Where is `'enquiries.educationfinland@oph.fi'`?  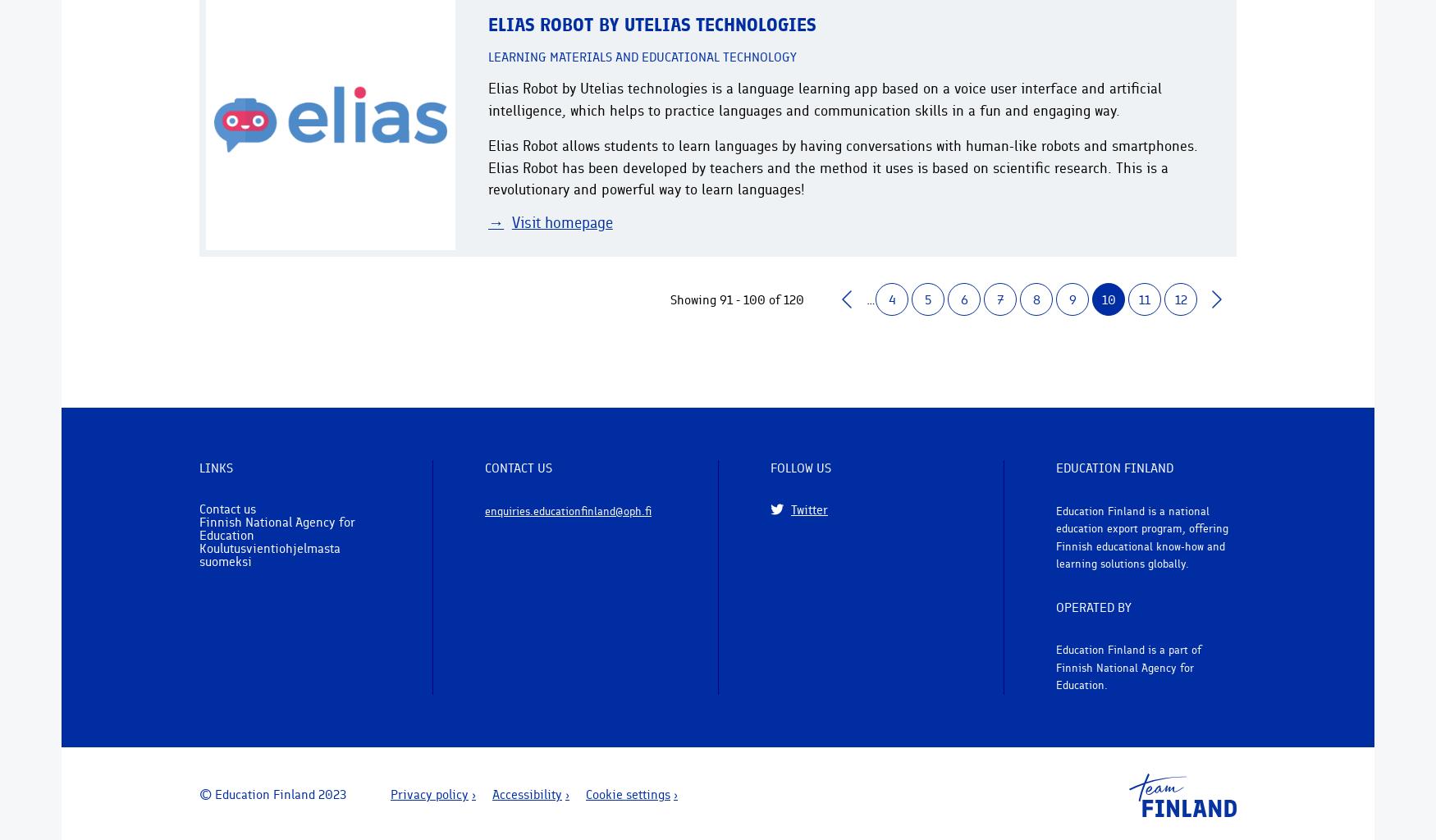 'enquiries.educationfinland@oph.fi' is located at coordinates (568, 509).